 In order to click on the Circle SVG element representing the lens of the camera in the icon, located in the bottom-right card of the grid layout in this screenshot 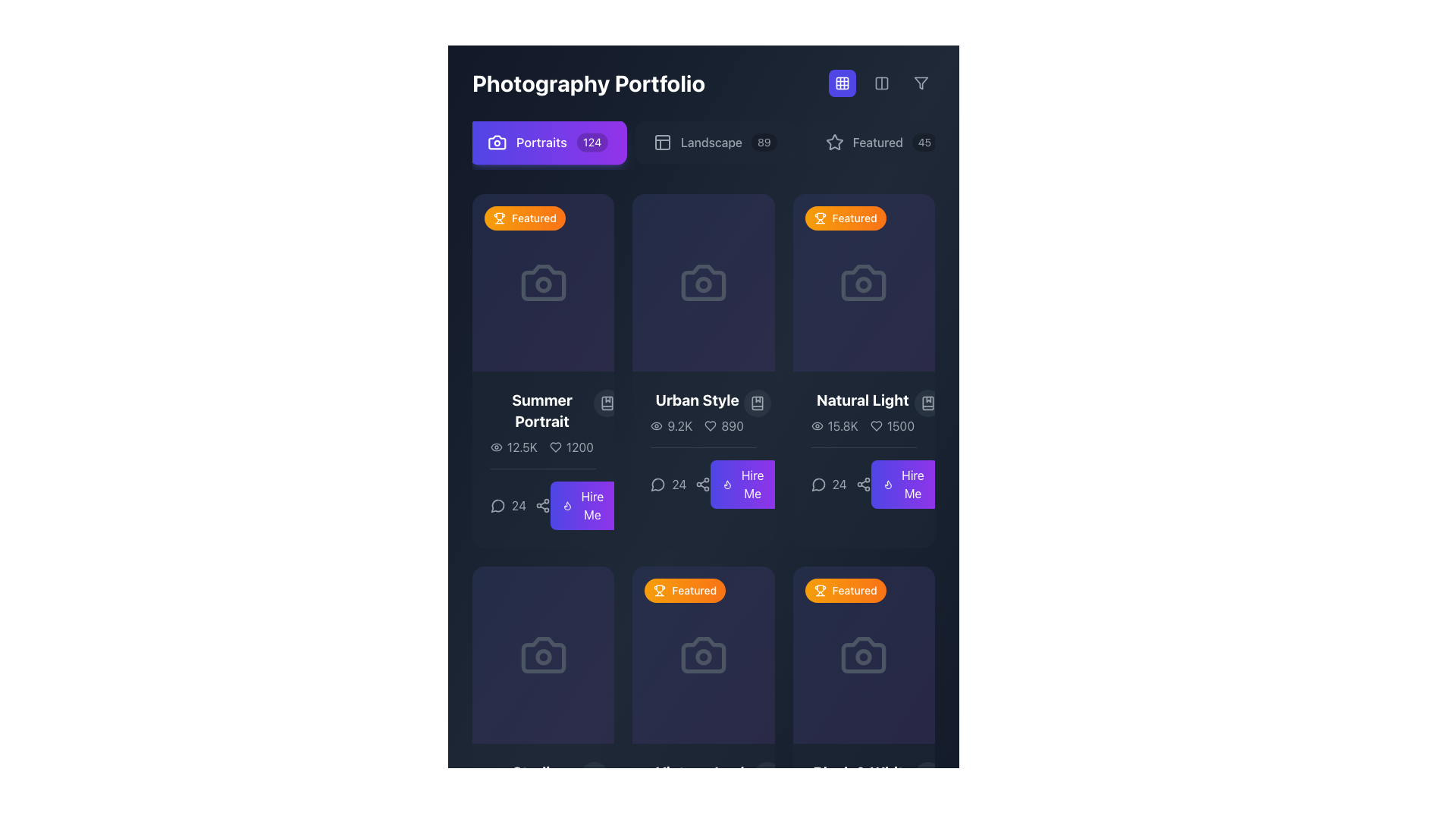, I will do `click(864, 656)`.